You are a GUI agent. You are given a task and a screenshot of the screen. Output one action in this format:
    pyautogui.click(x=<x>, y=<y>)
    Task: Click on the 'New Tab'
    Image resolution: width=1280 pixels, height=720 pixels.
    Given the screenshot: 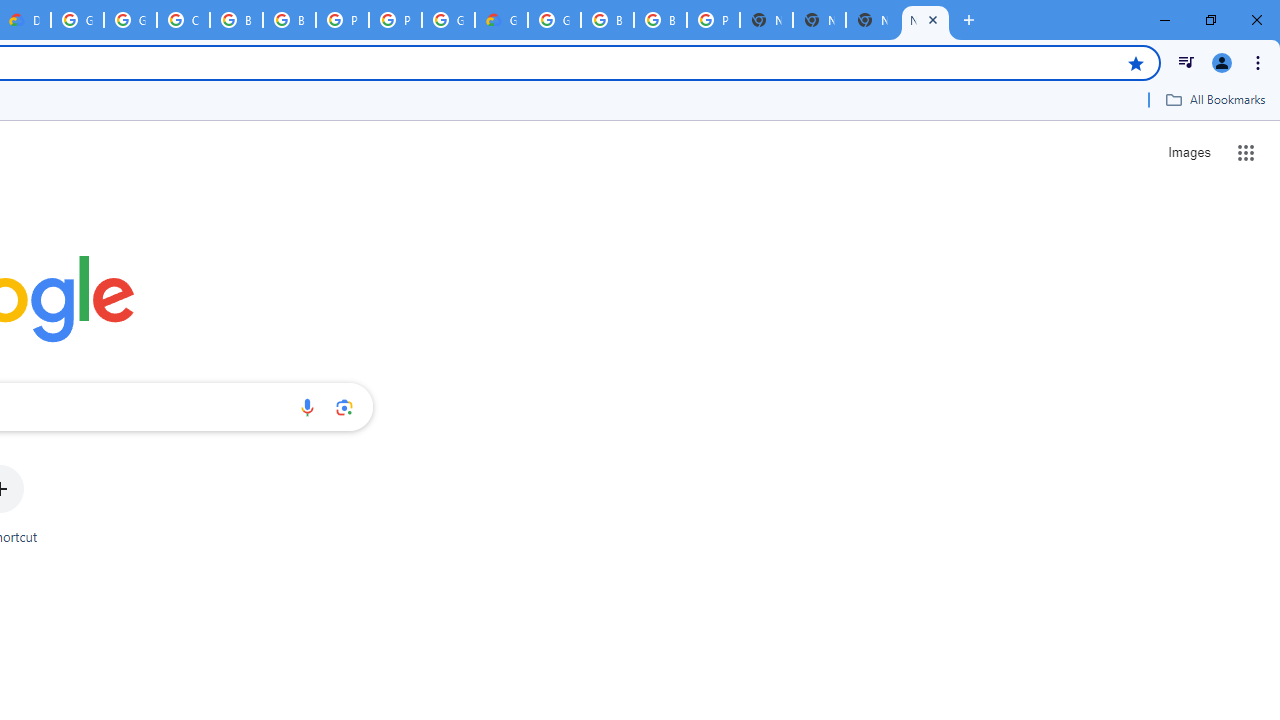 What is the action you would take?
    pyautogui.click(x=872, y=20)
    